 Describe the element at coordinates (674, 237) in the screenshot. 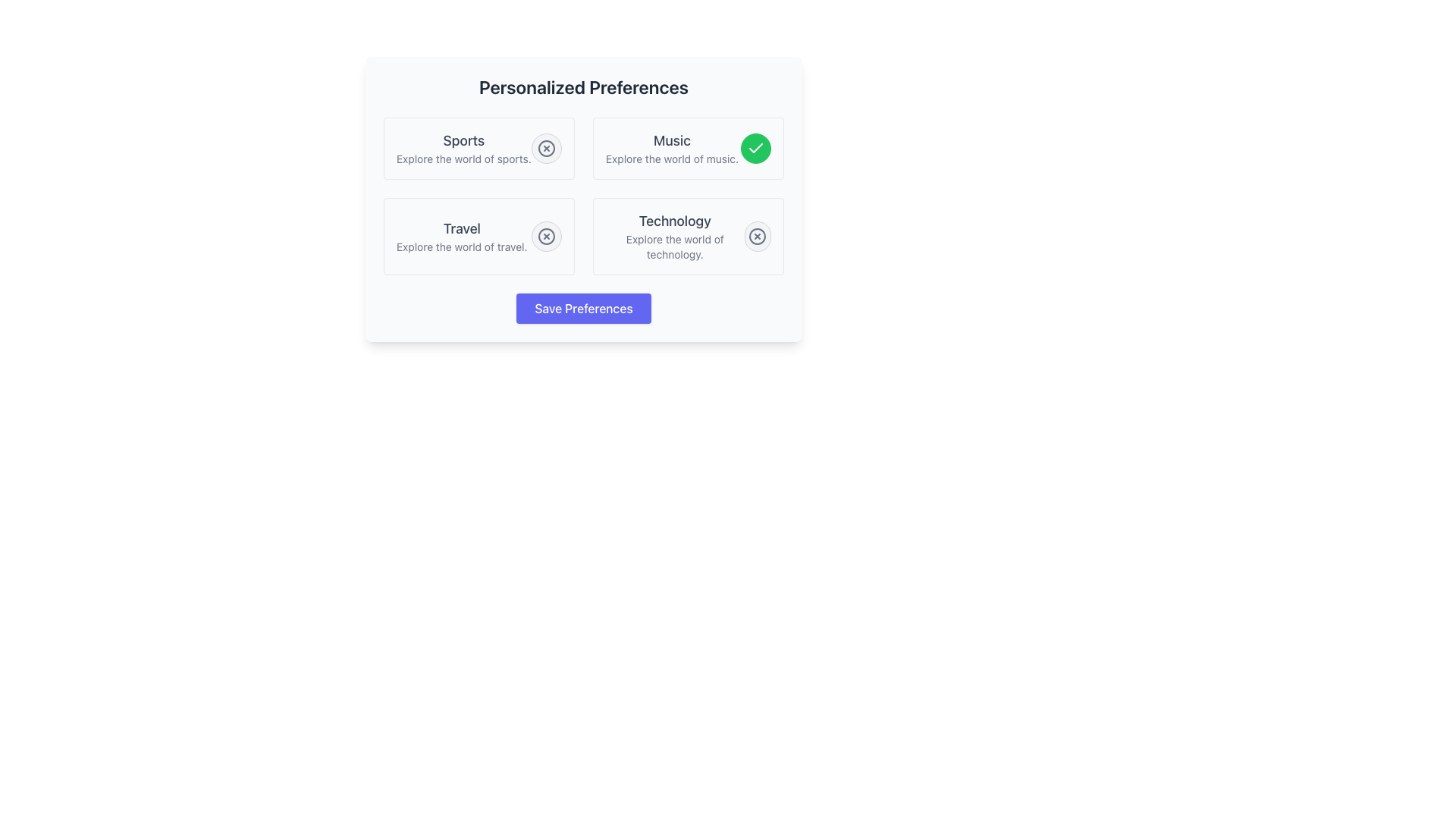

I see `text from the Text Label containing the title 'Technology' and subtitle 'Explore the world of technology.' positioned in the right column of the grid under the 'Music' section` at that location.